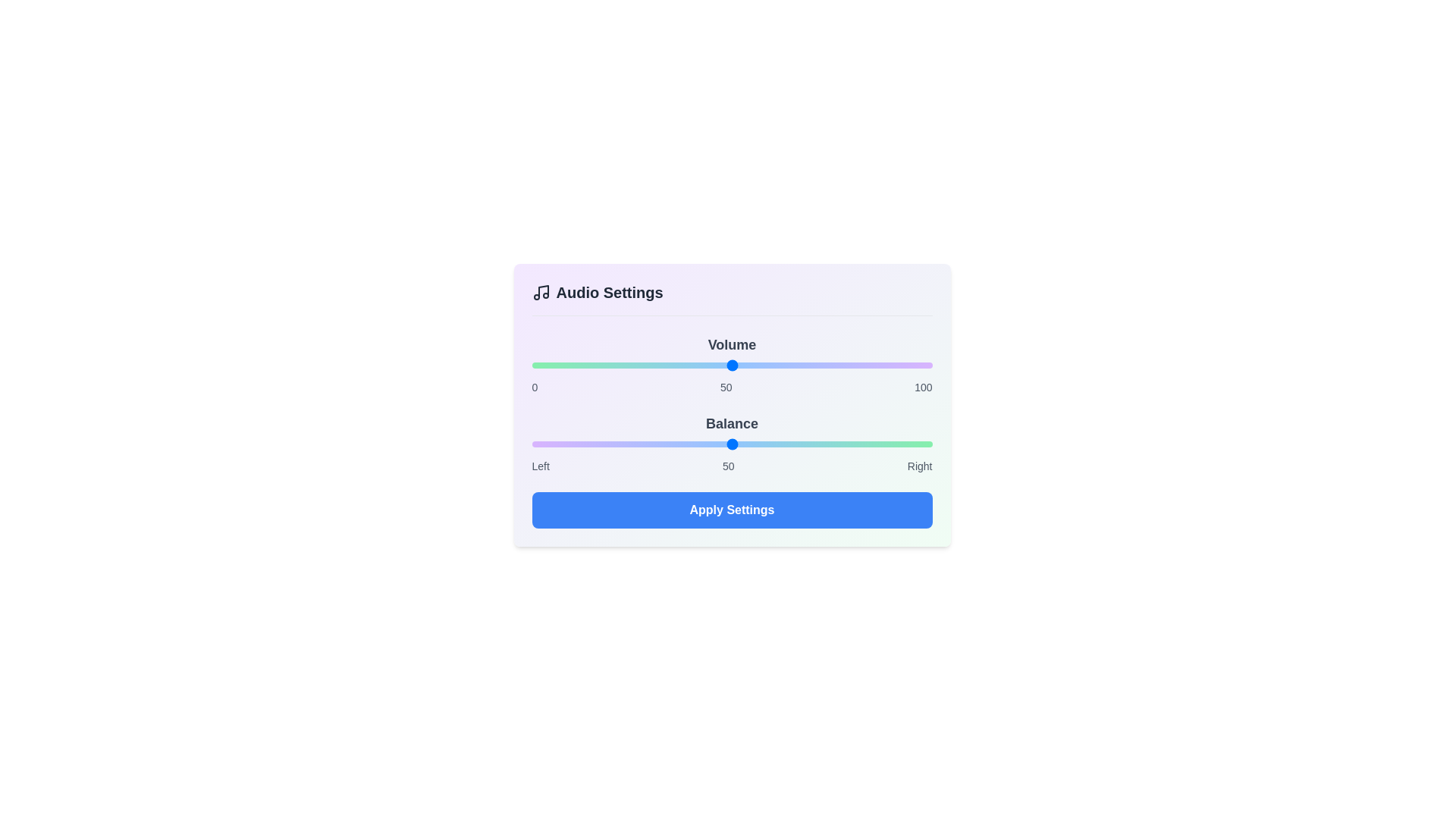 The width and height of the screenshot is (1456, 819). What do you see at coordinates (711, 444) in the screenshot?
I see `balance` at bounding box center [711, 444].